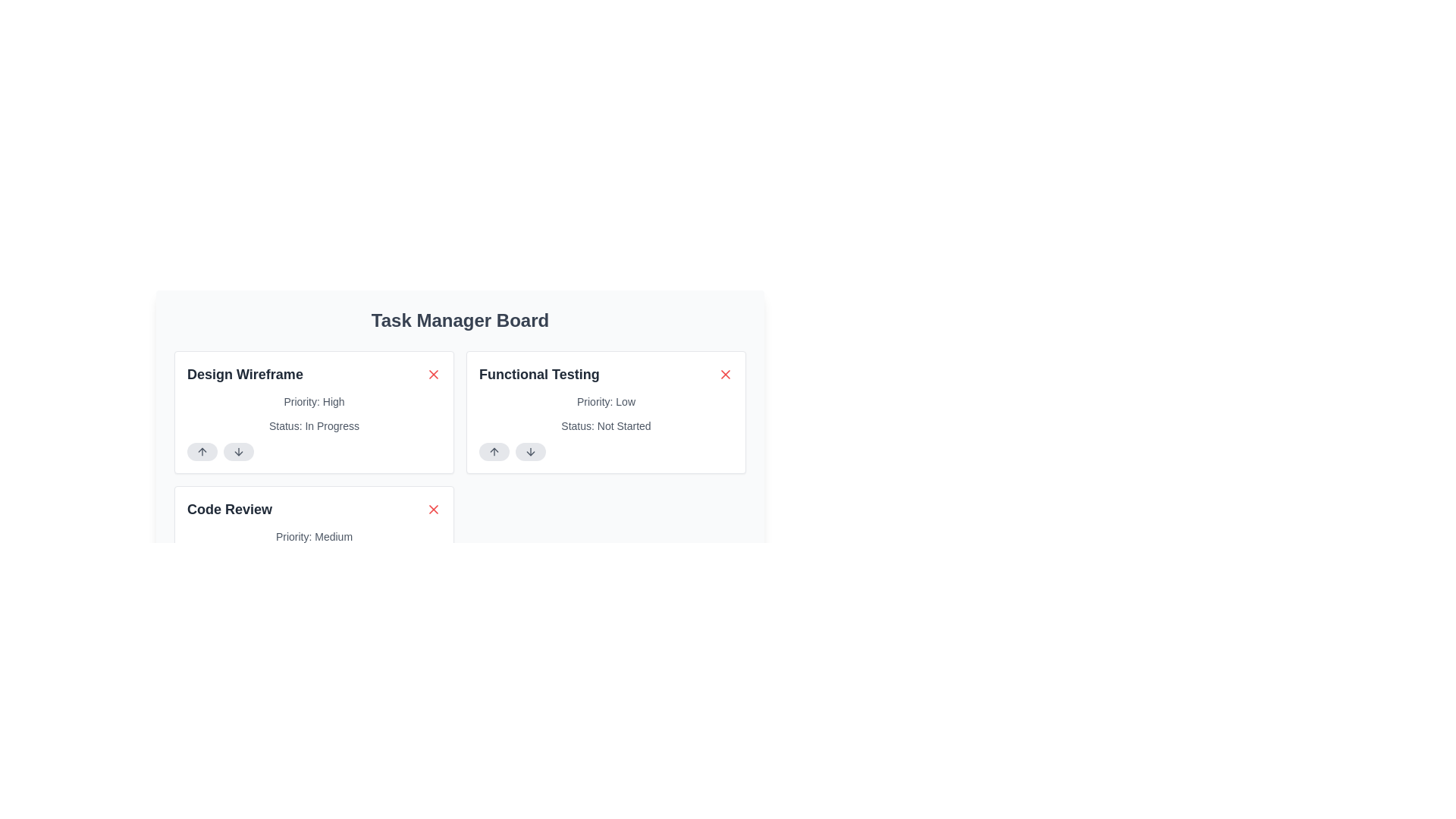  Describe the element at coordinates (494, 451) in the screenshot. I see `the upward-pointing arrow icon on the 'Functional Testing' task card in the 'Task Manager Board' to move the task upward` at that location.